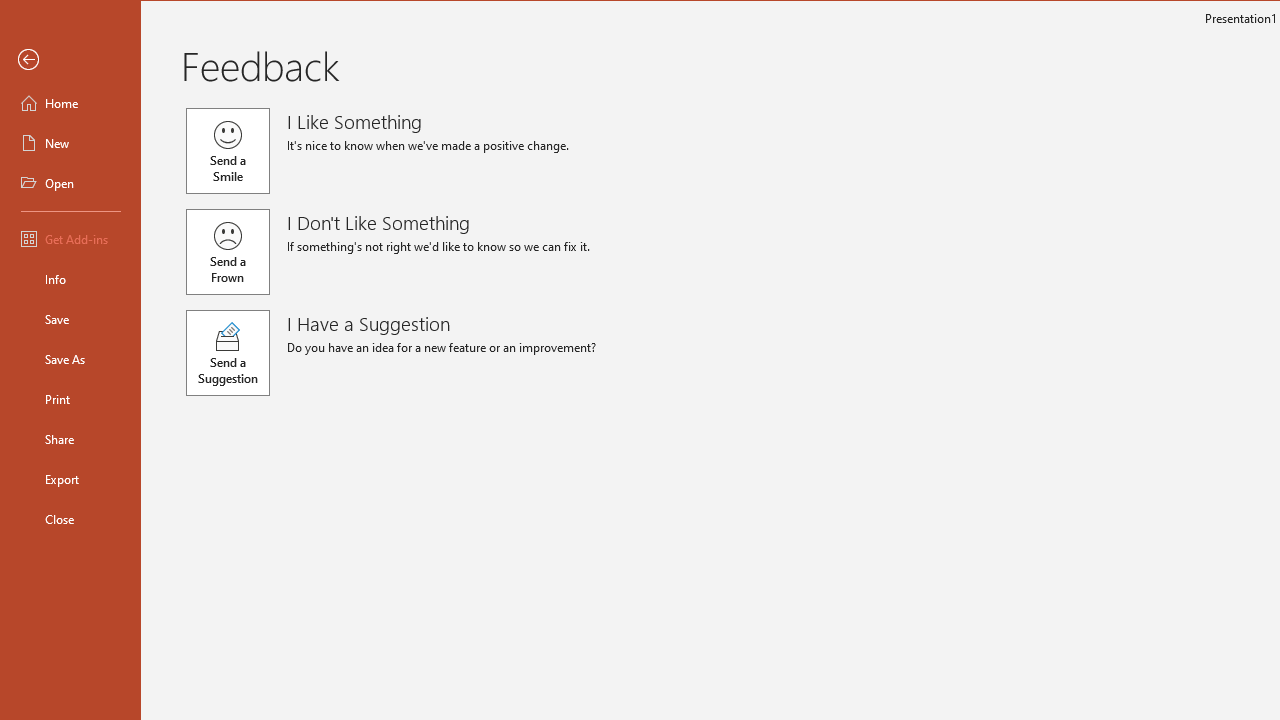 The height and width of the screenshot is (720, 1280). Describe the element at coordinates (227, 149) in the screenshot. I see `'Send a Smile'` at that location.